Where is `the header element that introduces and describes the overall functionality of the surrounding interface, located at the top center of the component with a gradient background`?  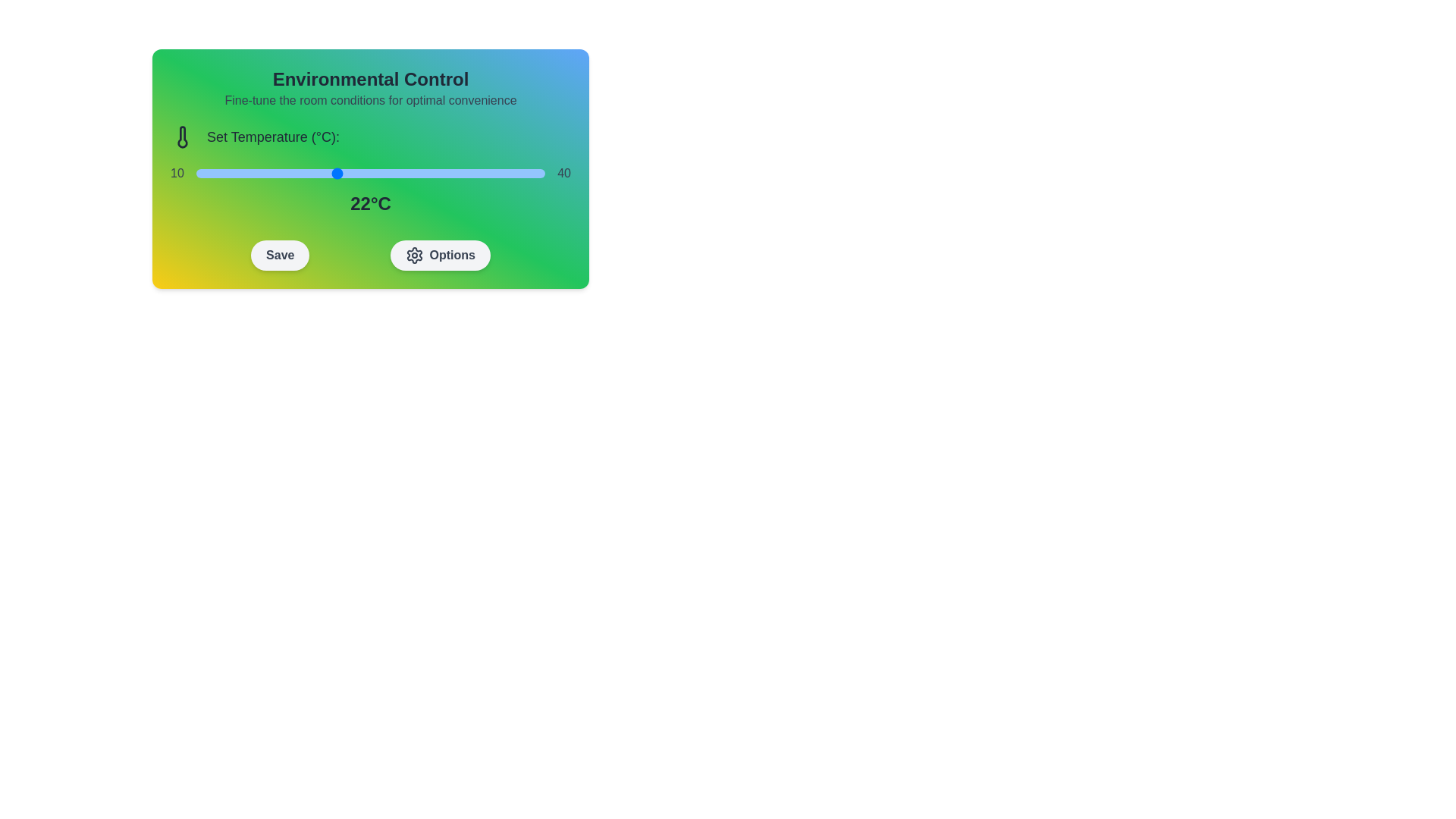
the header element that introduces and describes the overall functionality of the surrounding interface, located at the top center of the component with a gradient background is located at coordinates (371, 88).